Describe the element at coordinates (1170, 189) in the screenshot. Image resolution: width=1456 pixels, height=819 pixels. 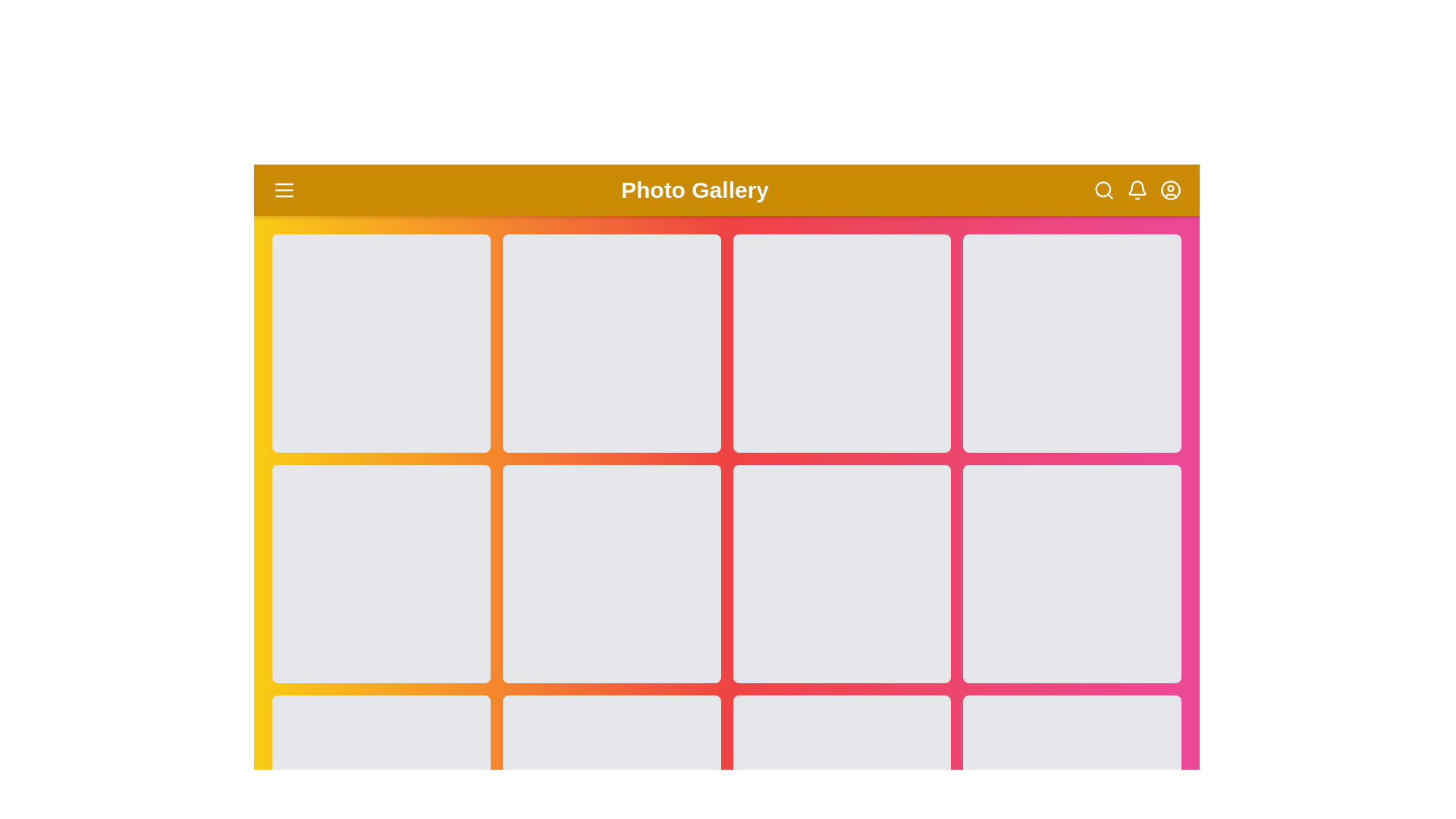
I see `the user circle icon to access user account options` at that location.